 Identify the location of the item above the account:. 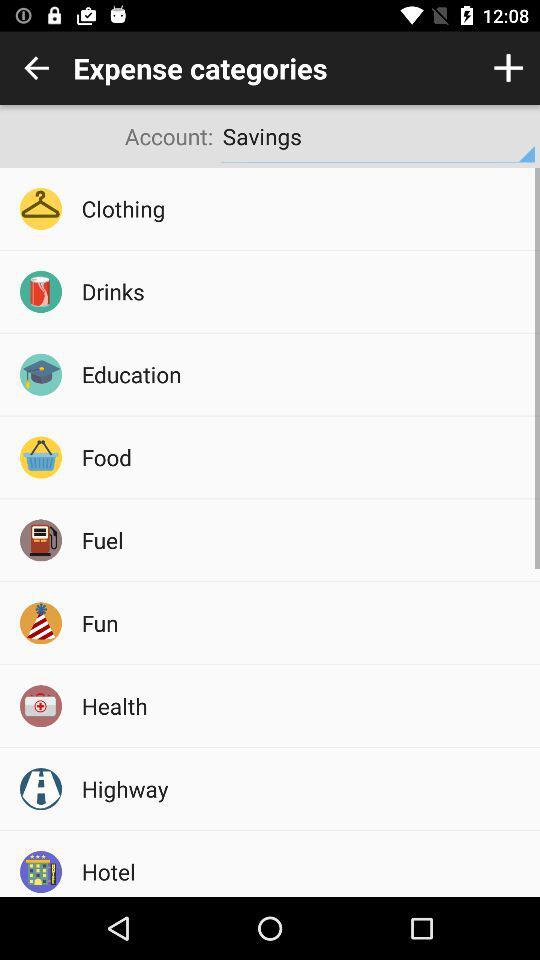
(36, 68).